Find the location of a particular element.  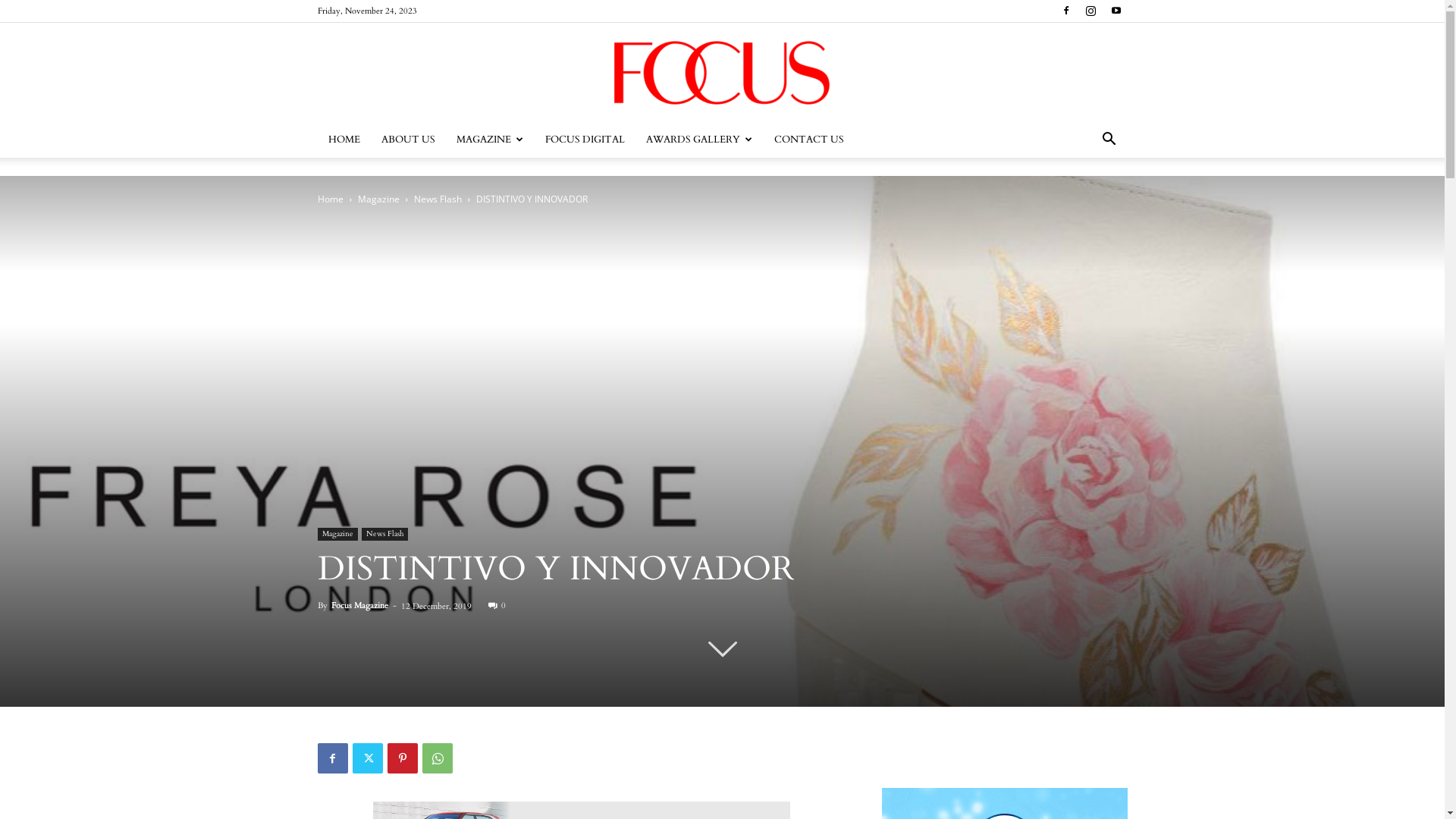

'Youtube' is located at coordinates (1115, 11).